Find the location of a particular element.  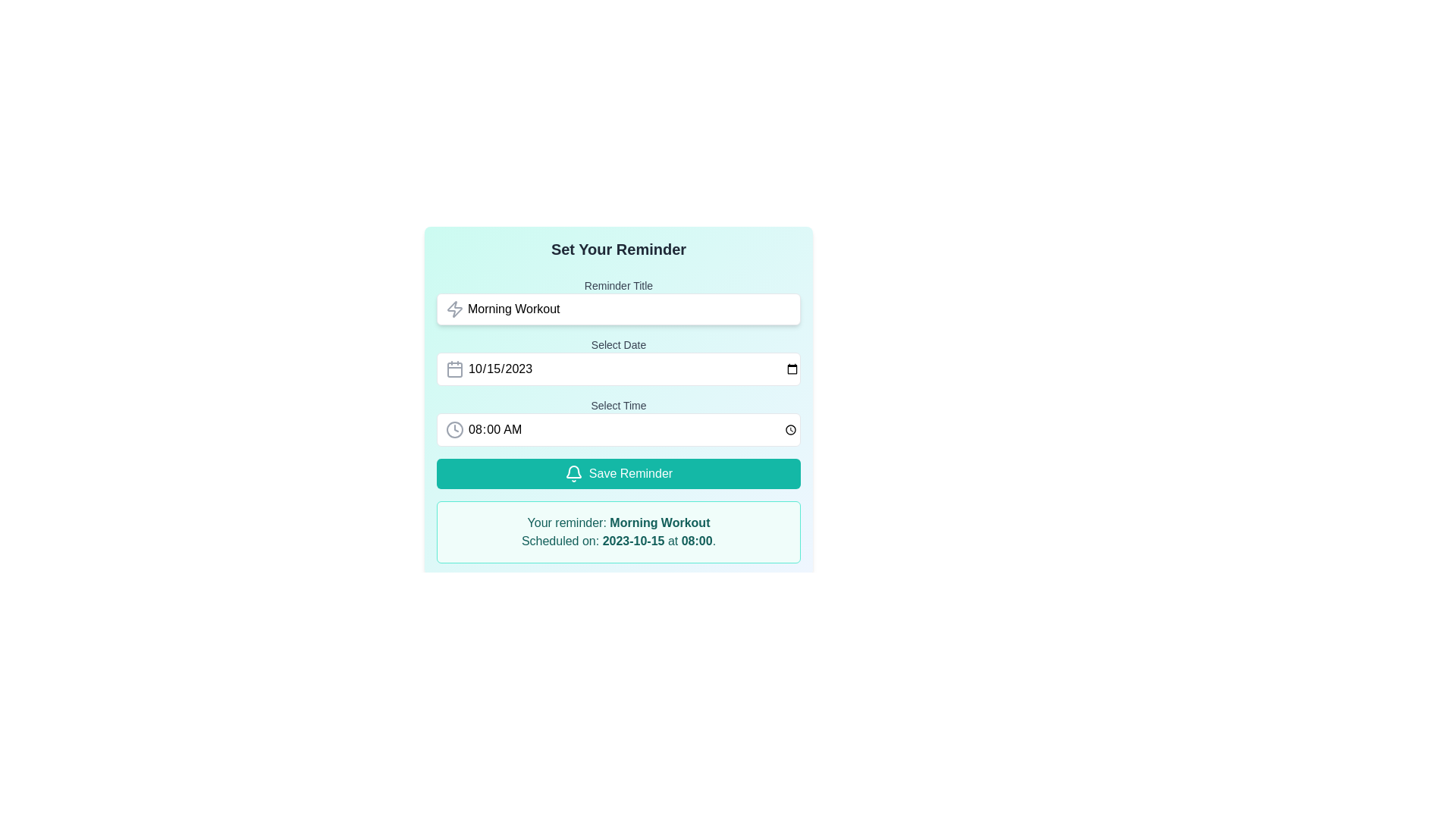

the notification text block styled with a teal background that contains the reminder for 'Morning Workout' scheduled on '2023-10-15 at 08:00.' is located at coordinates (619, 532).